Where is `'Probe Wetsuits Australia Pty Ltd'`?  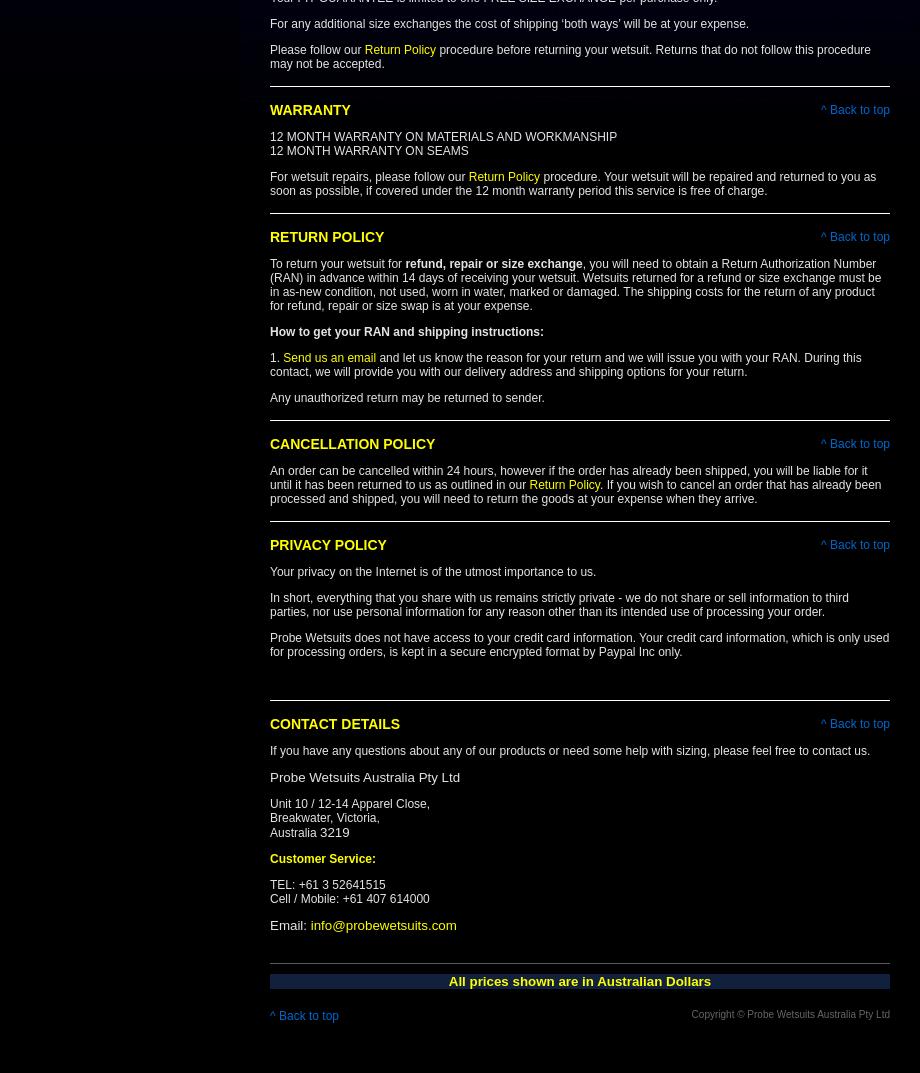
'Probe Wetsuits Australia Pty Ltd' is located at coordinates (270, 777).